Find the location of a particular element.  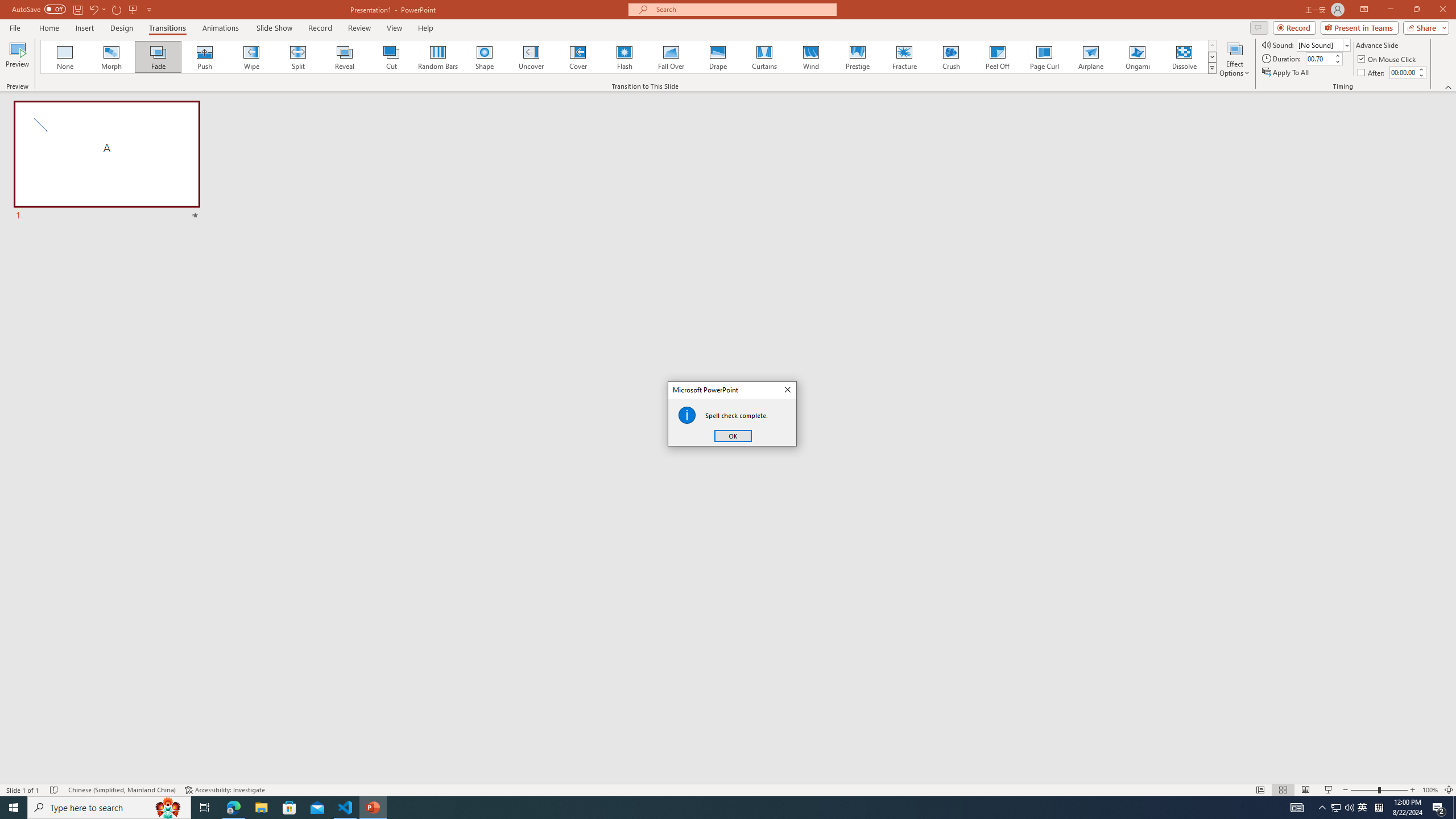

'Peel Off' is located at coordinates (996, 56).